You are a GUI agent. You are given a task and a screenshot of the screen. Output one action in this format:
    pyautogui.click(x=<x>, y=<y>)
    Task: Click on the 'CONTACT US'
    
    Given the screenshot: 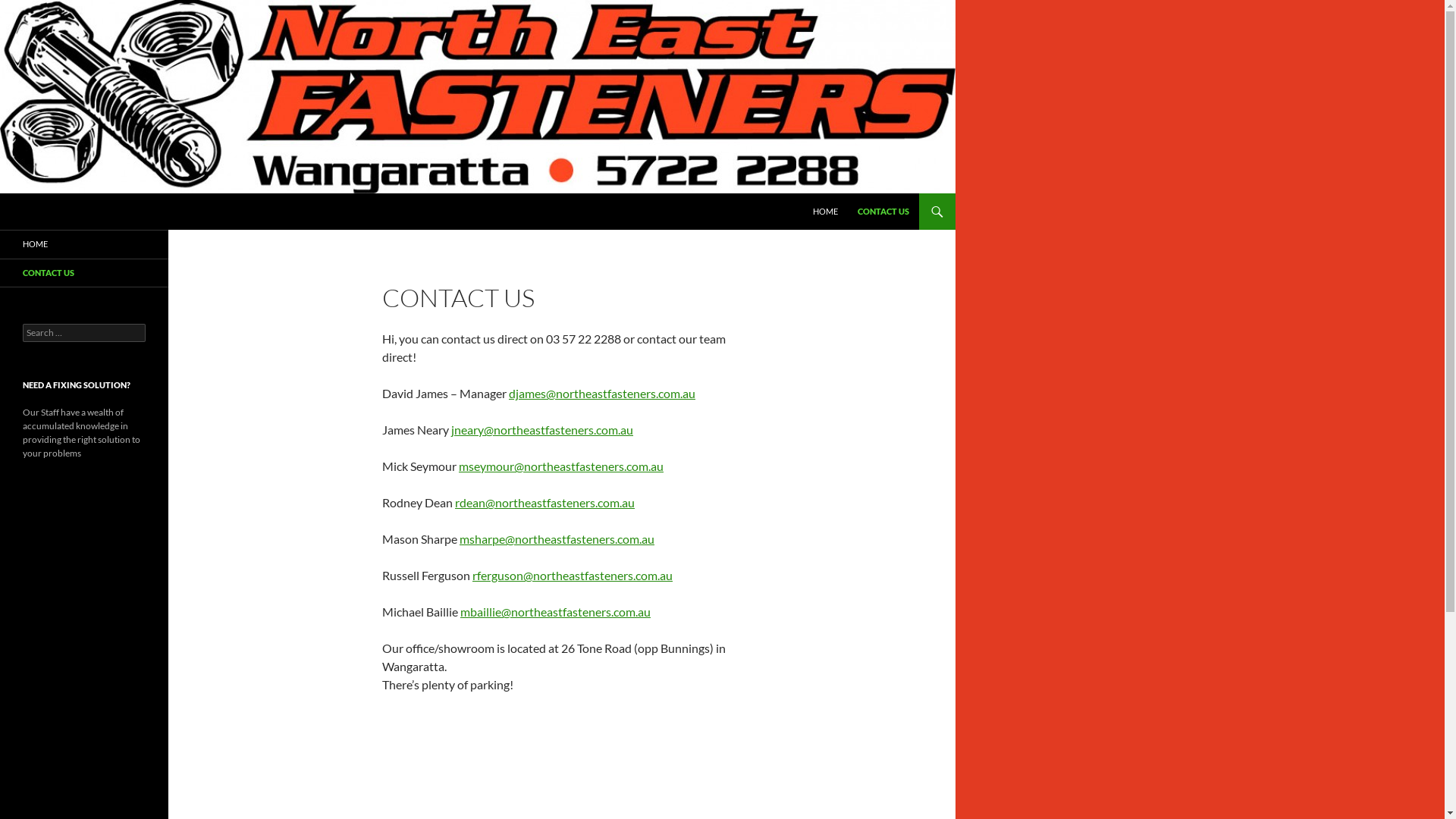 What is the action you would take?
    pyautogui.click(x=83, y=273)
    